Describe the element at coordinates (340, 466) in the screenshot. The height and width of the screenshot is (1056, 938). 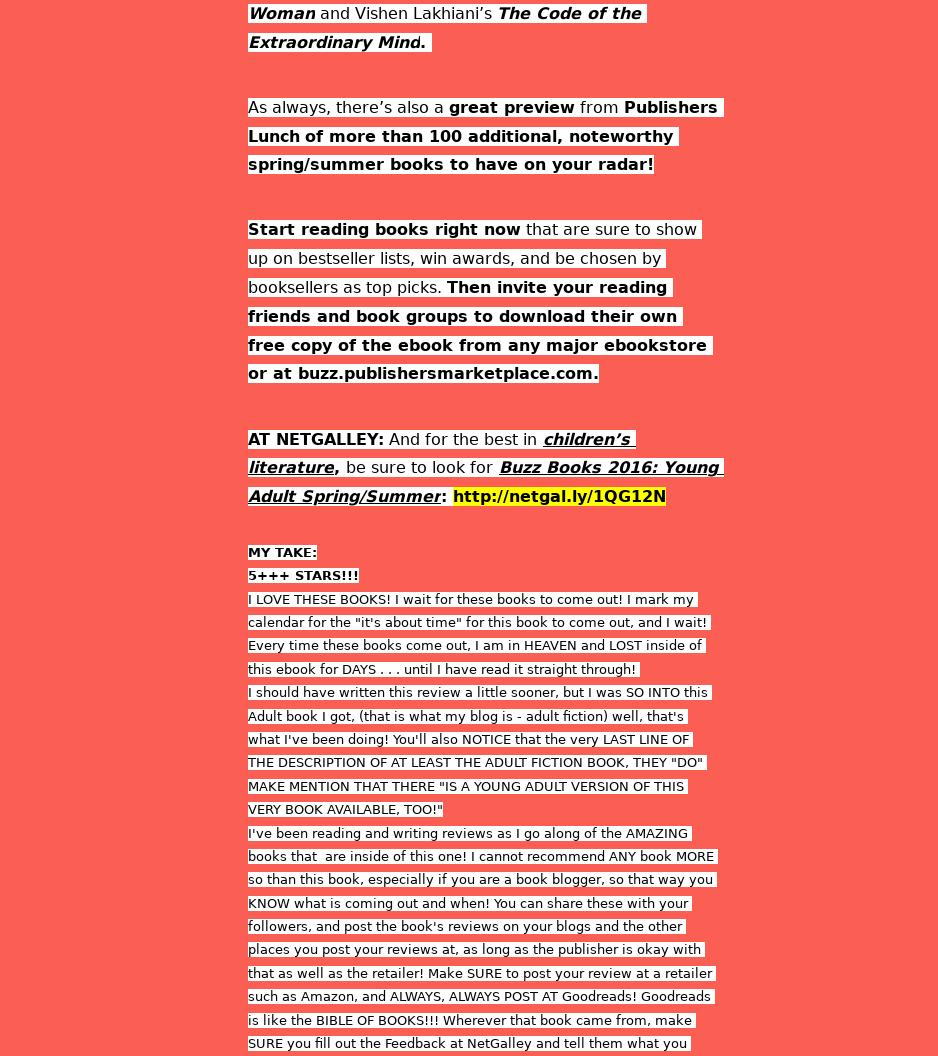
I see `','` at that location.